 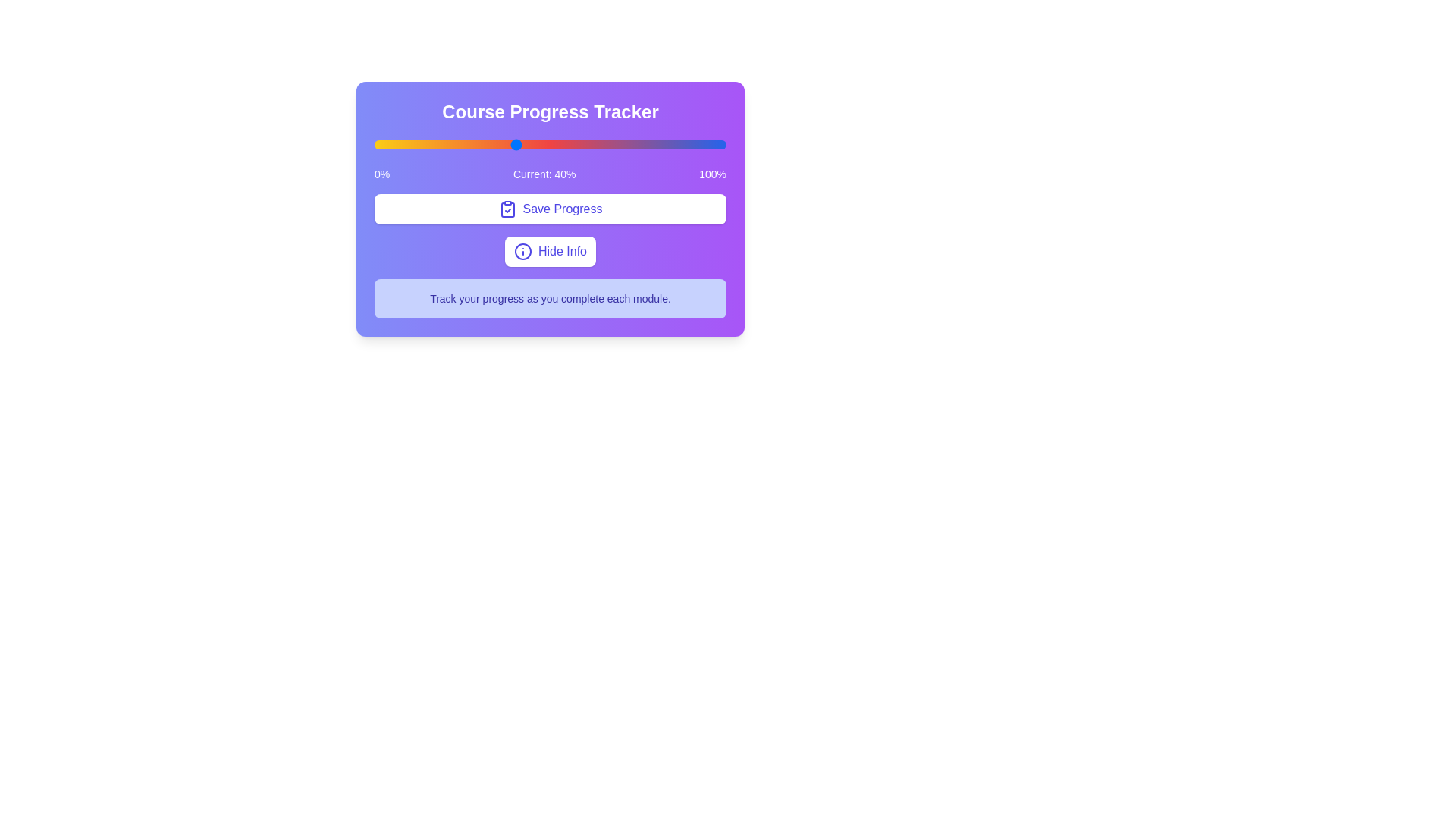 What do you see at coordinates (549, 298) in the screenshot?
I see `text label that provides additional context or instruction about tracking progress through the modules, located at the center bottom of the card-like UI component` at bounding box center [549, 298].